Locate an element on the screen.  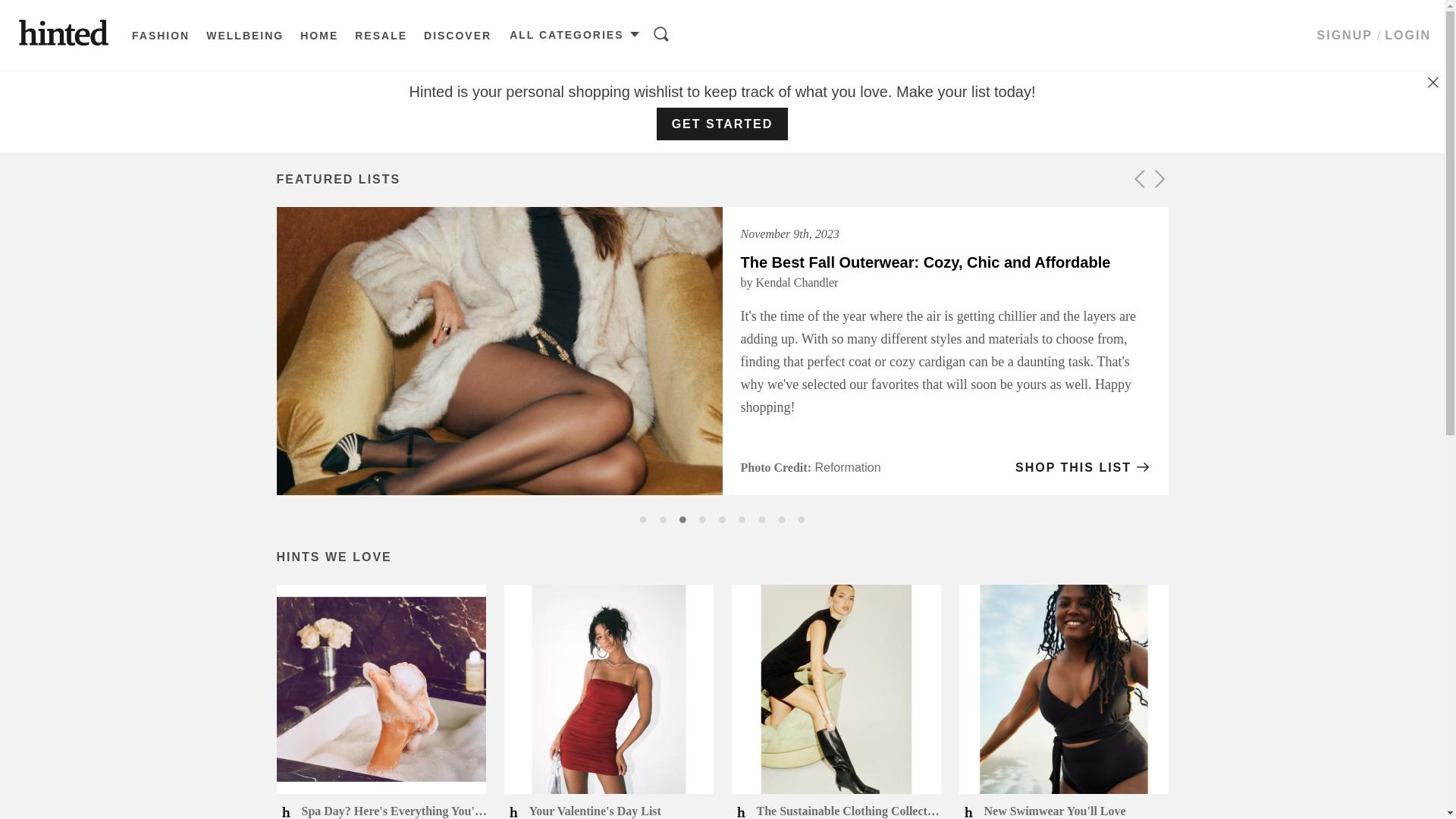
'LOGIN' is located at coordinates (1407, 34).